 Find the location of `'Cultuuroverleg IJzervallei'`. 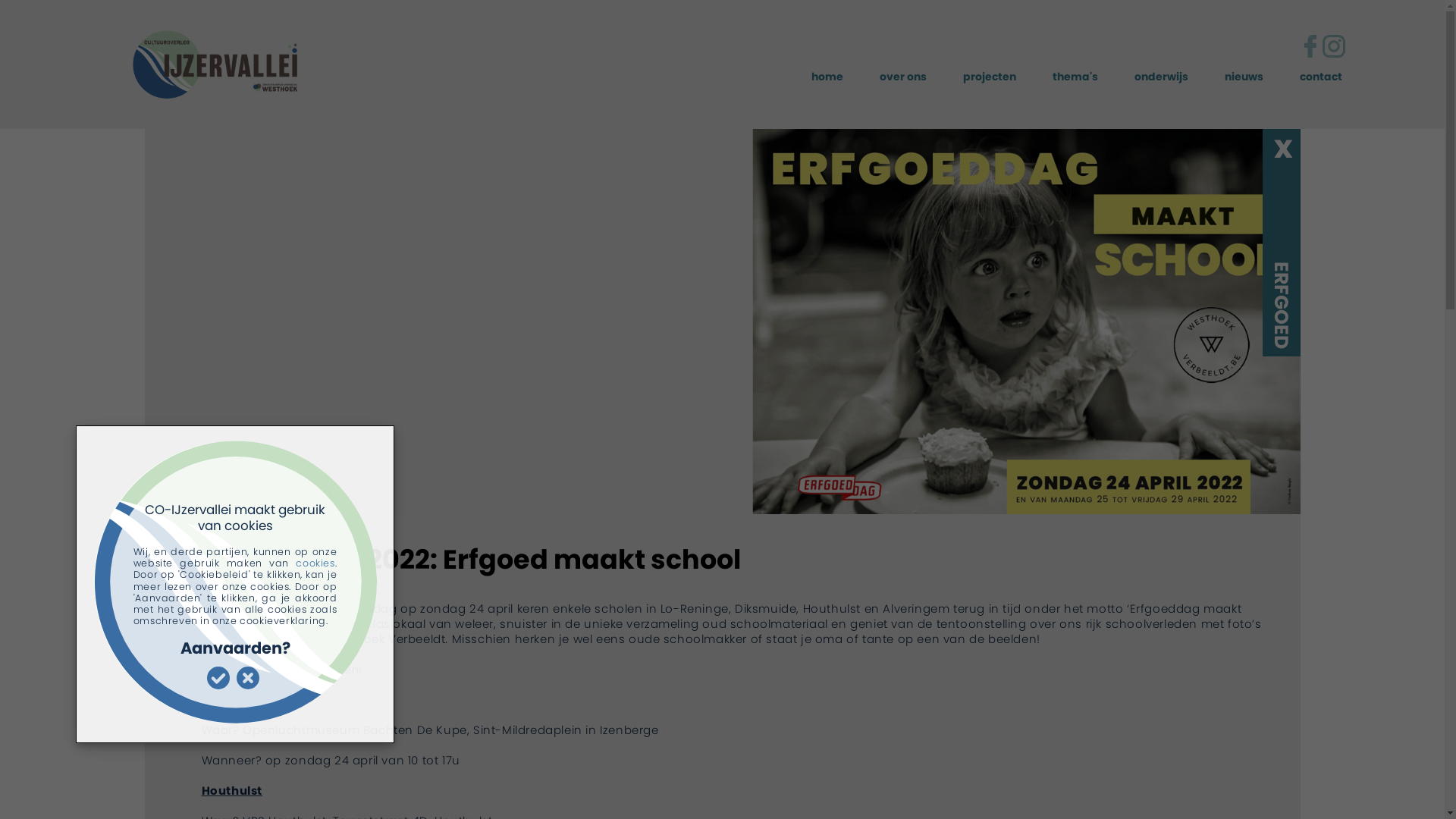

'Cultuuroverleg IJzervallei' is located at coordinates (154, 65).